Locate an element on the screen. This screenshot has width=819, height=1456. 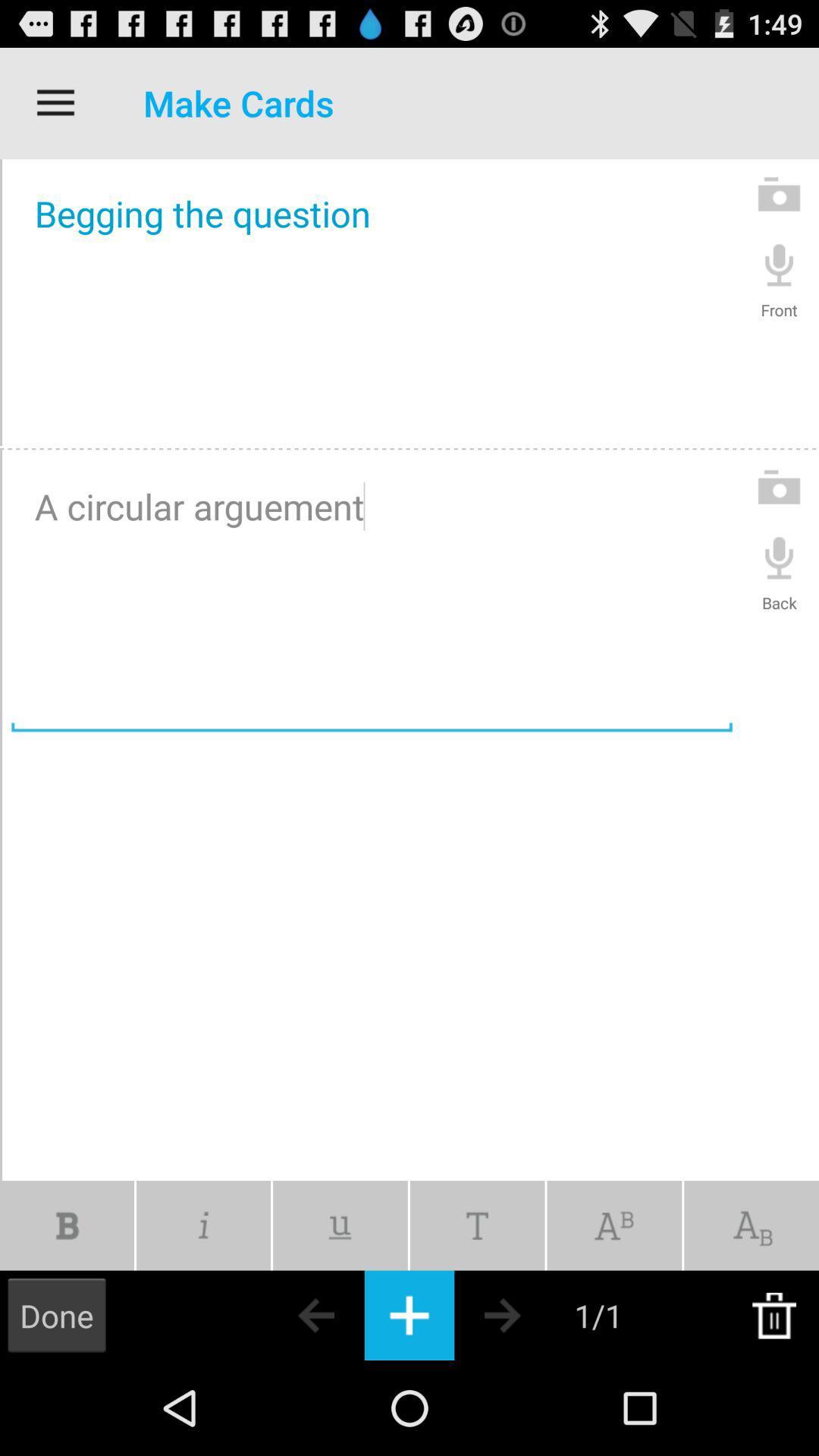
the delete icon is located at coordinates (773, 1407).